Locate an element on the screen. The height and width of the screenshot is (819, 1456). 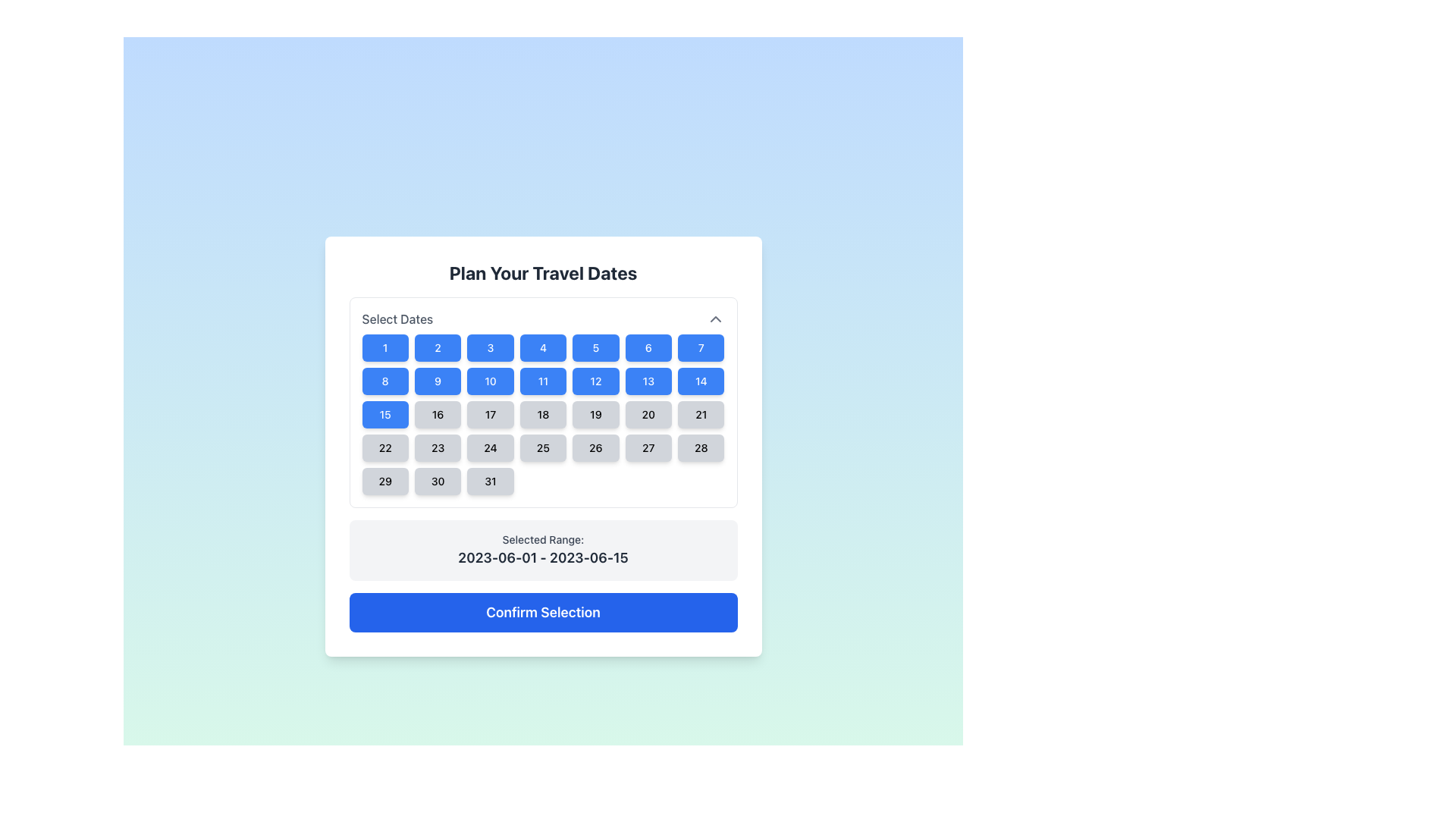
the 'Confirm Selection' button, which is a blue rectangular button with rounded corners and white text is located at coordinates (543, 611).